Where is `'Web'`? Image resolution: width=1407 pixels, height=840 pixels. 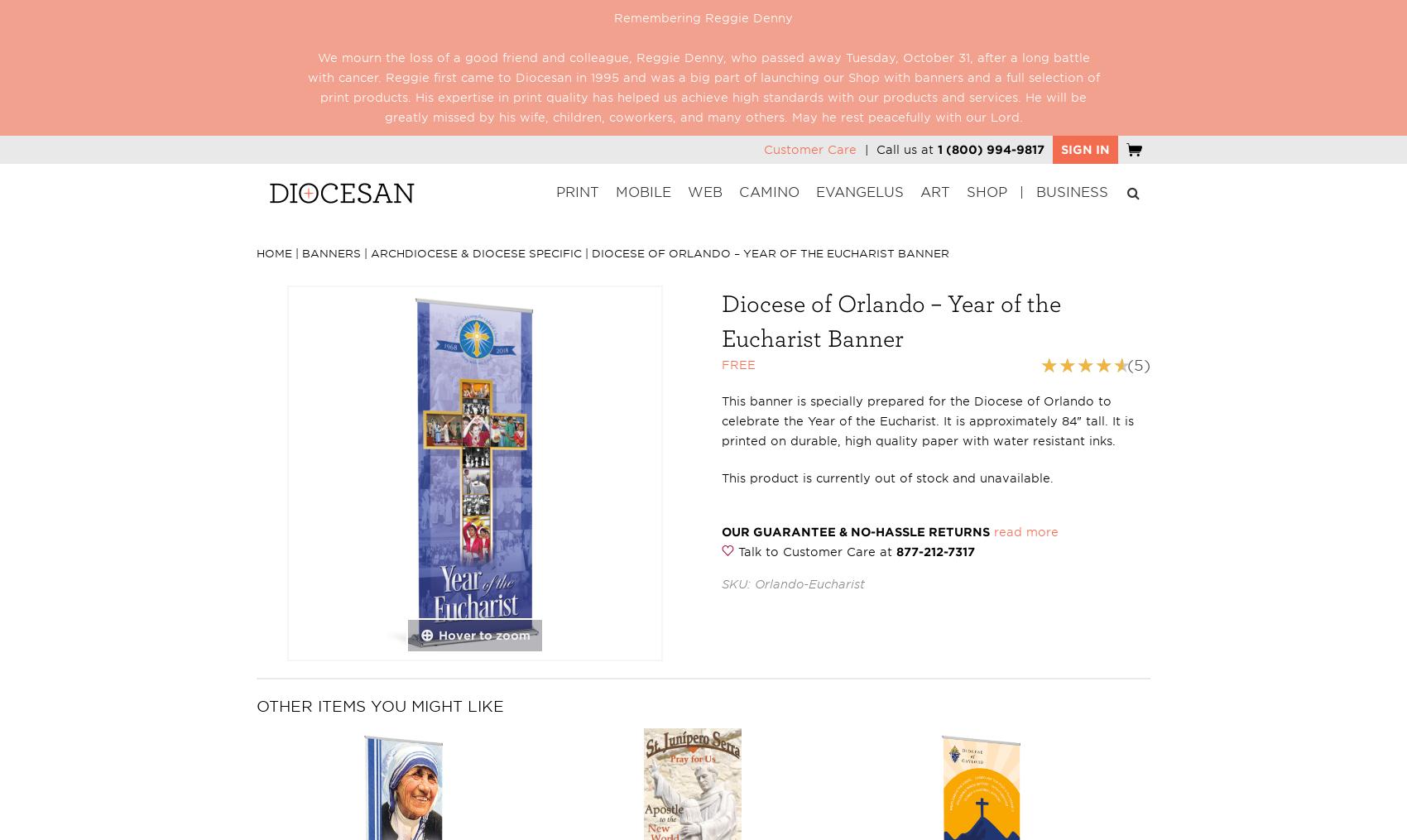 'Web' is located at coordinates (705, 192).